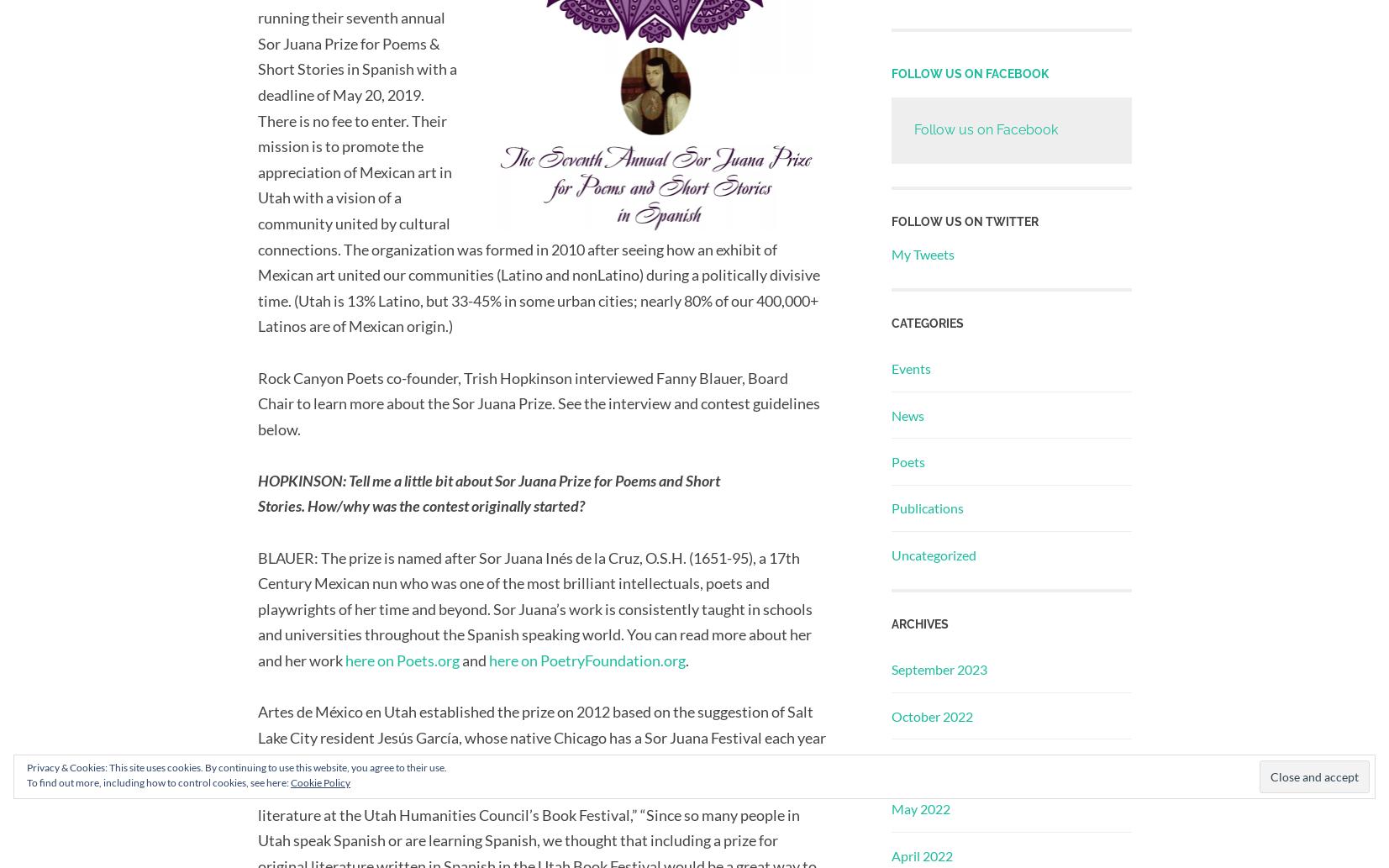  Describe the element at coordinates (26, 766) in the screenshot. I see `'Privacy & Cookies: This site uses cookies. By continuing to use this website, you agree to their use.'` at that location.